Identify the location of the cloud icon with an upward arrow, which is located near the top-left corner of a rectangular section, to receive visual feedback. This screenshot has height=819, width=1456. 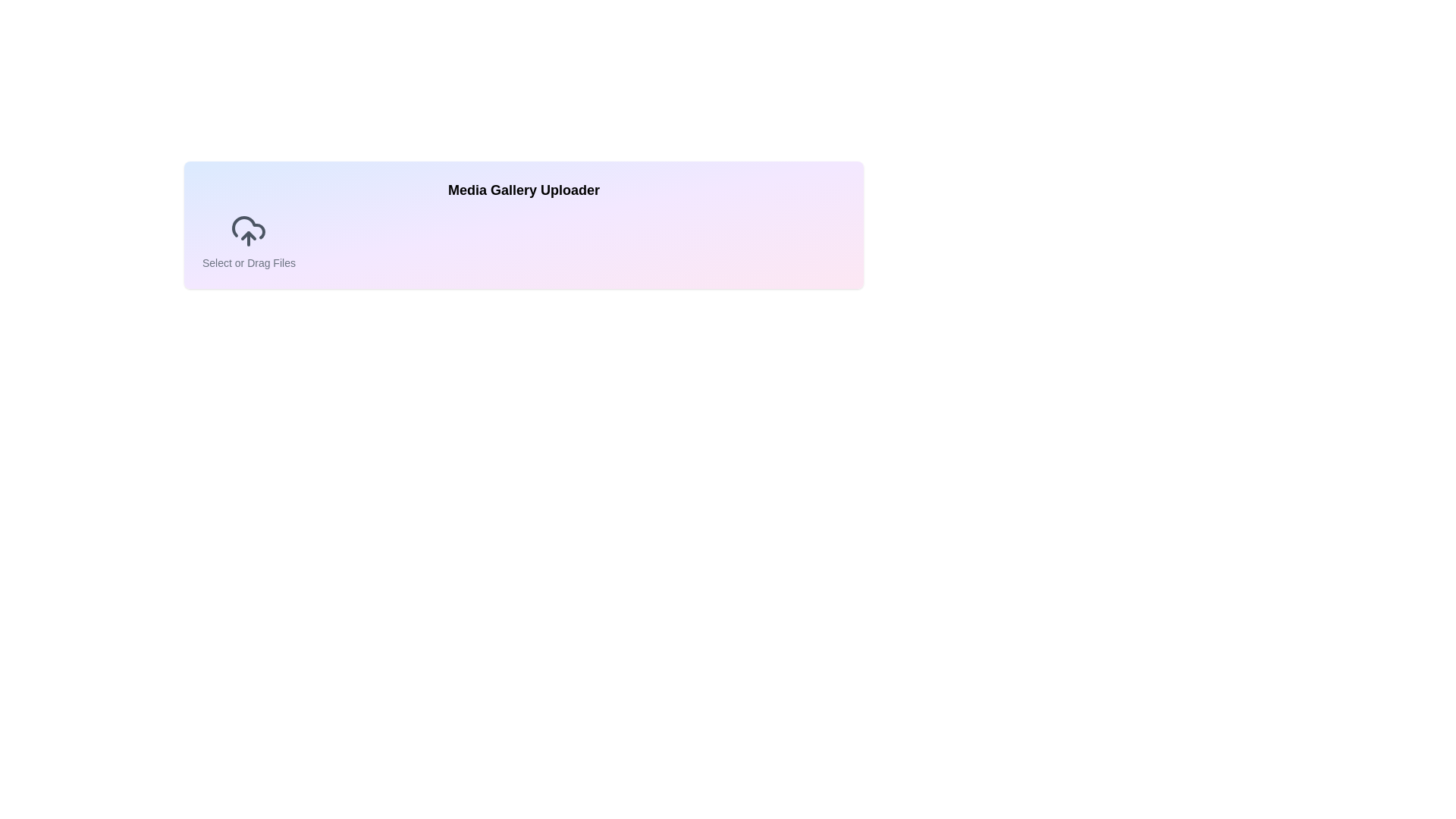
(249, 231).